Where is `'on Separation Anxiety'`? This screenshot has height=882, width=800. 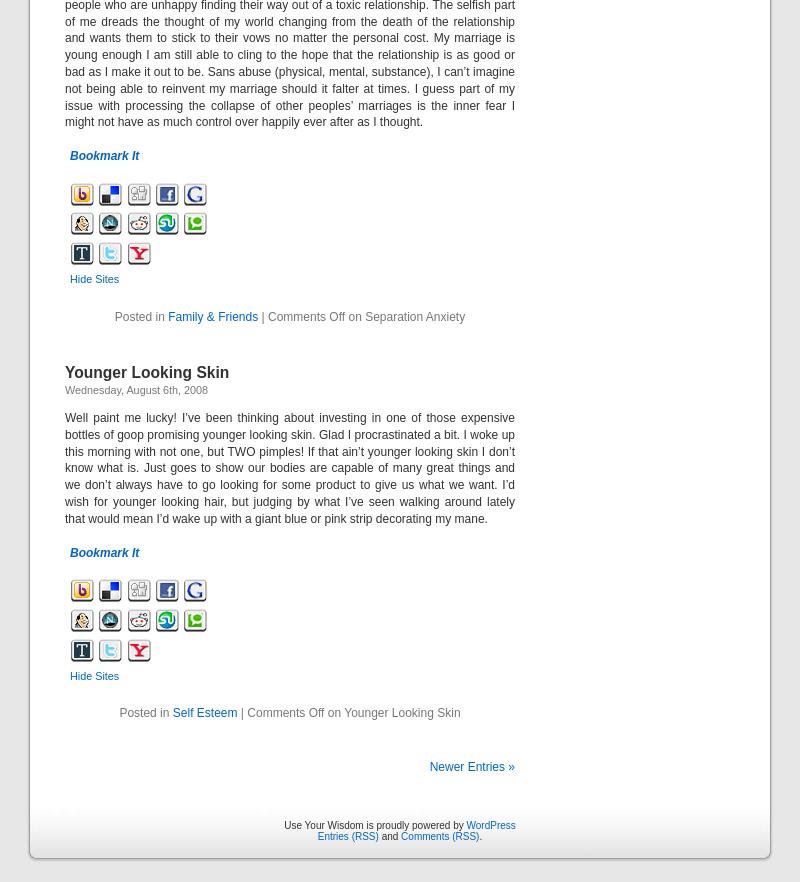
'on Separation Anxiety' is located at coordinates (405, 316).